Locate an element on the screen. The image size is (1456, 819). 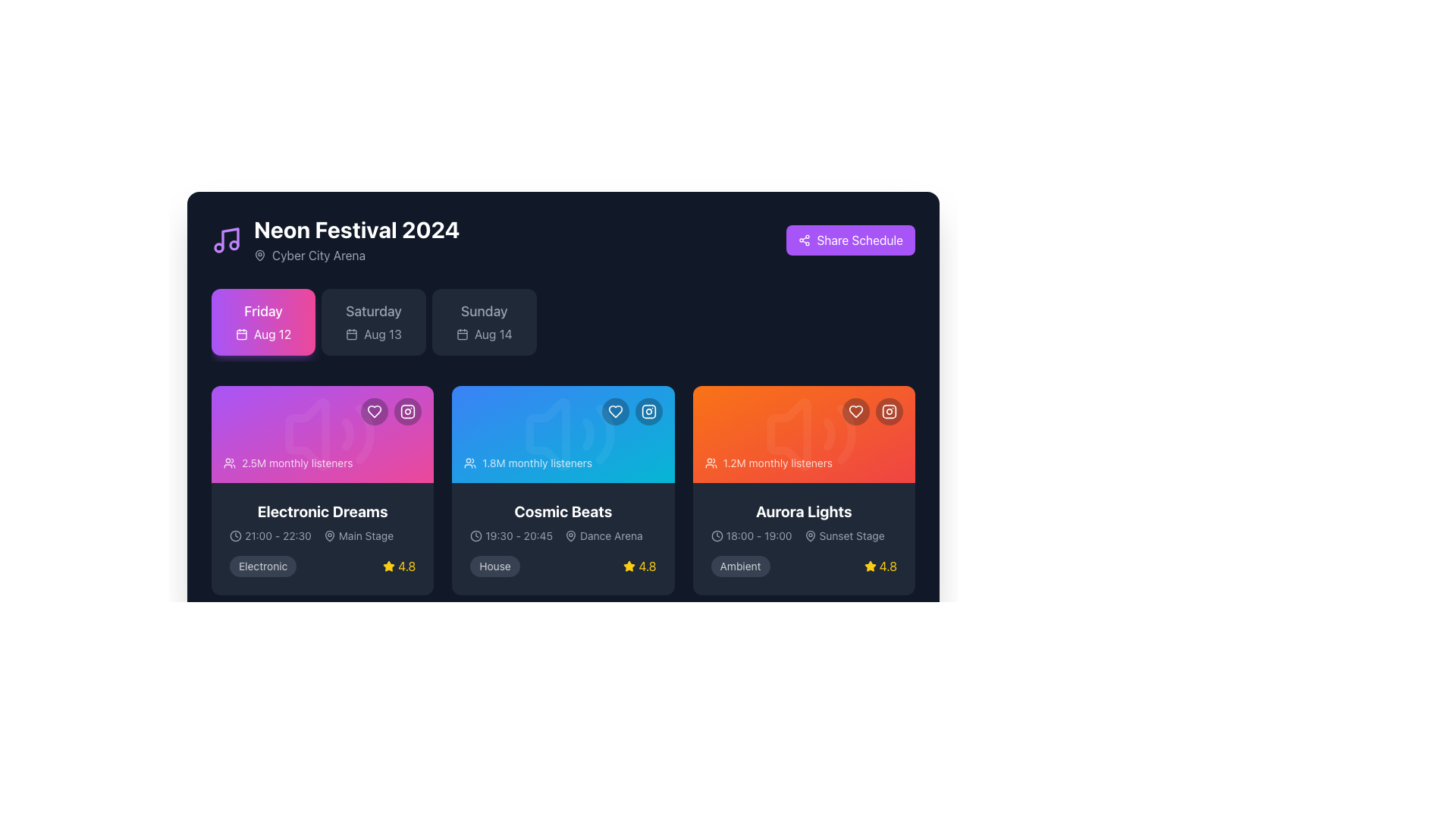
the text label displaying the time range '21:00 - 22:30' with a clock icon, located in the bottom-left corner of the event card is located at coordinates (270, 535).